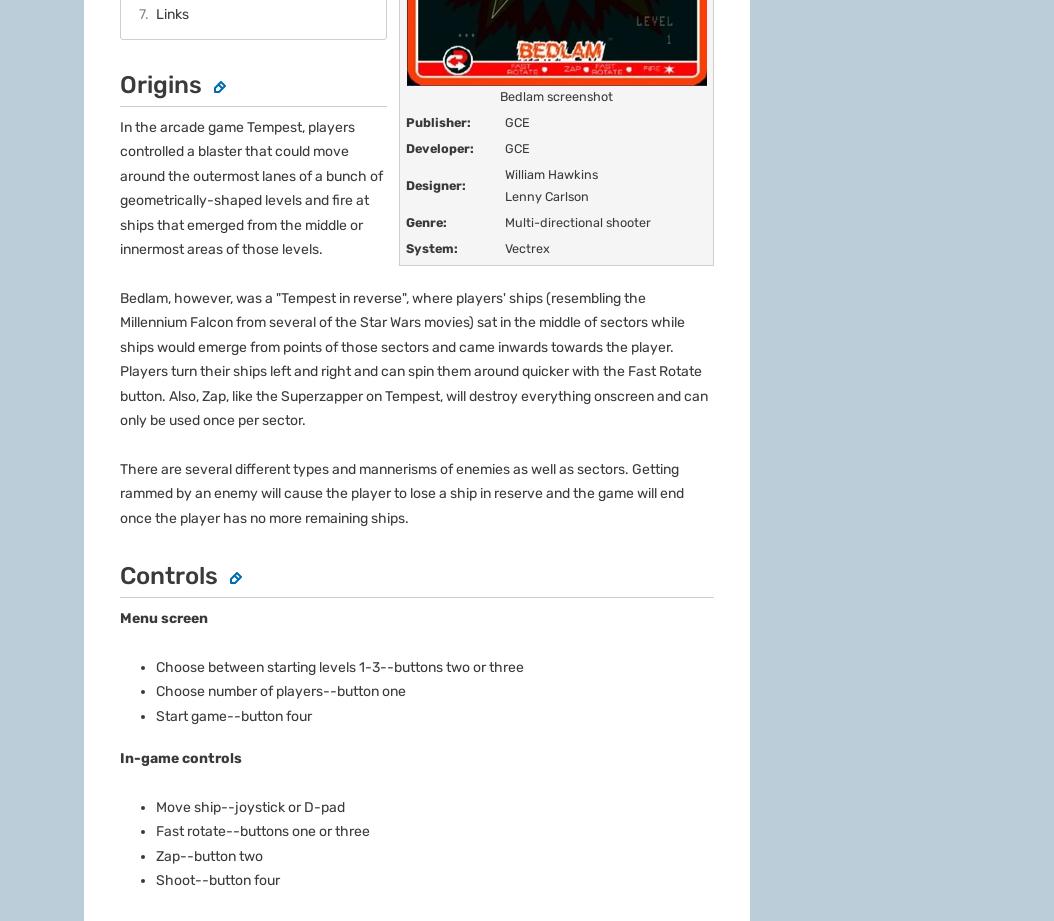  I want to click on 'Media Kit', so click(83, 756).